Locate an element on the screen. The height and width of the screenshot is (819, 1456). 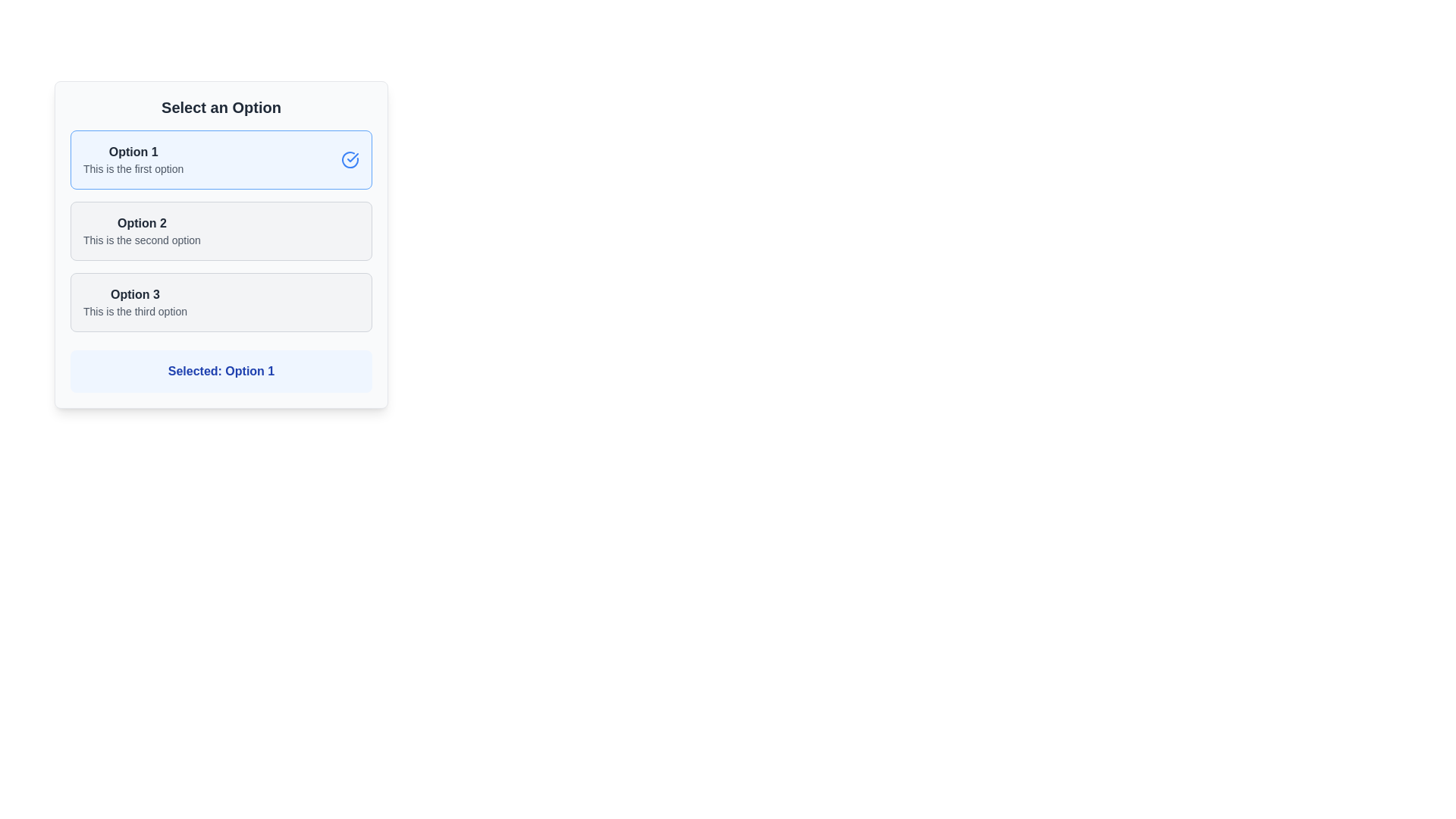
the selectable option block labeled 'Option 2' is located at coordinates (221, 231).